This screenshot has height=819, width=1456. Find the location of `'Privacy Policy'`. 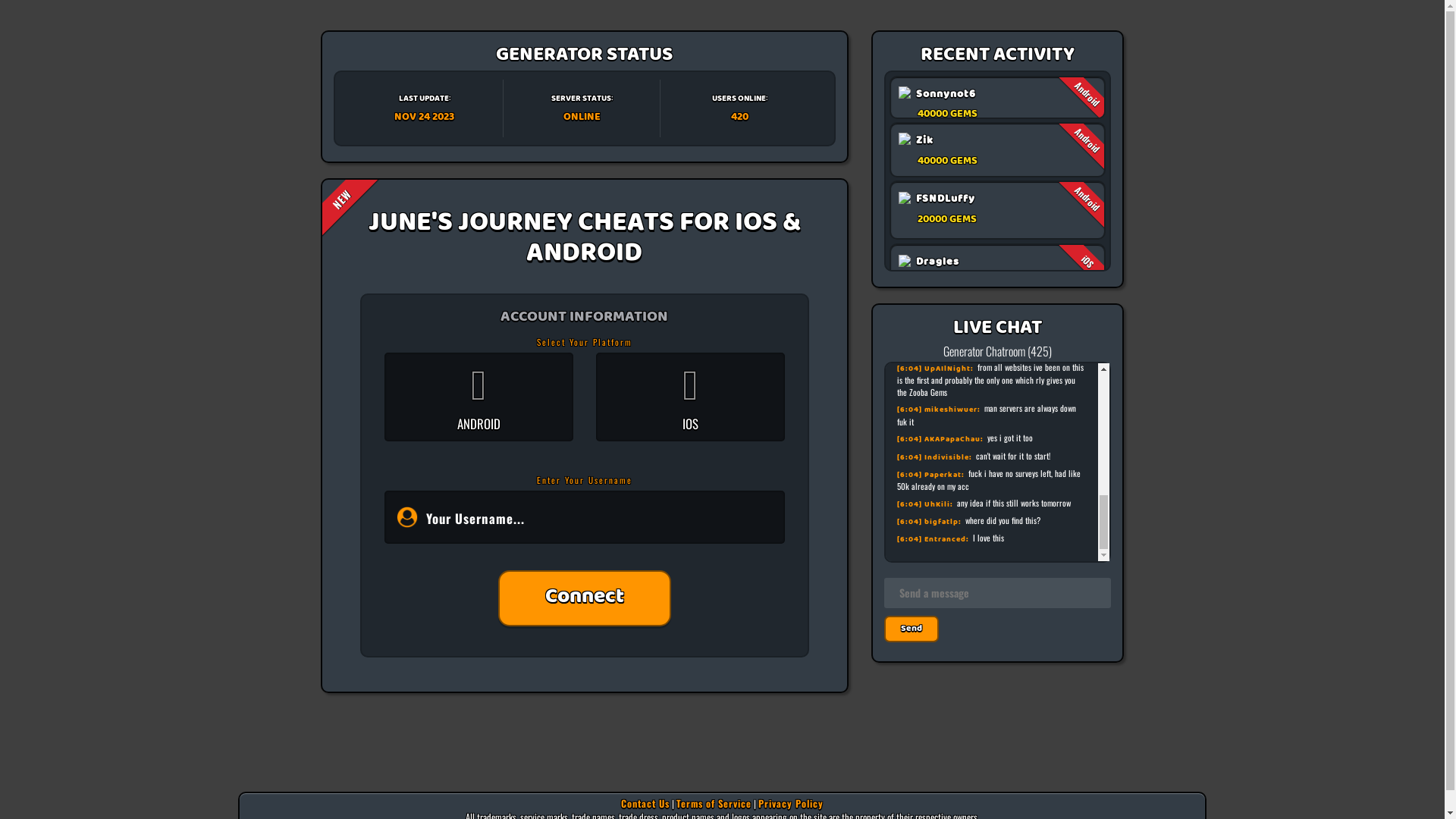

'Privacy Policy' is located at coordinates (789, 802).